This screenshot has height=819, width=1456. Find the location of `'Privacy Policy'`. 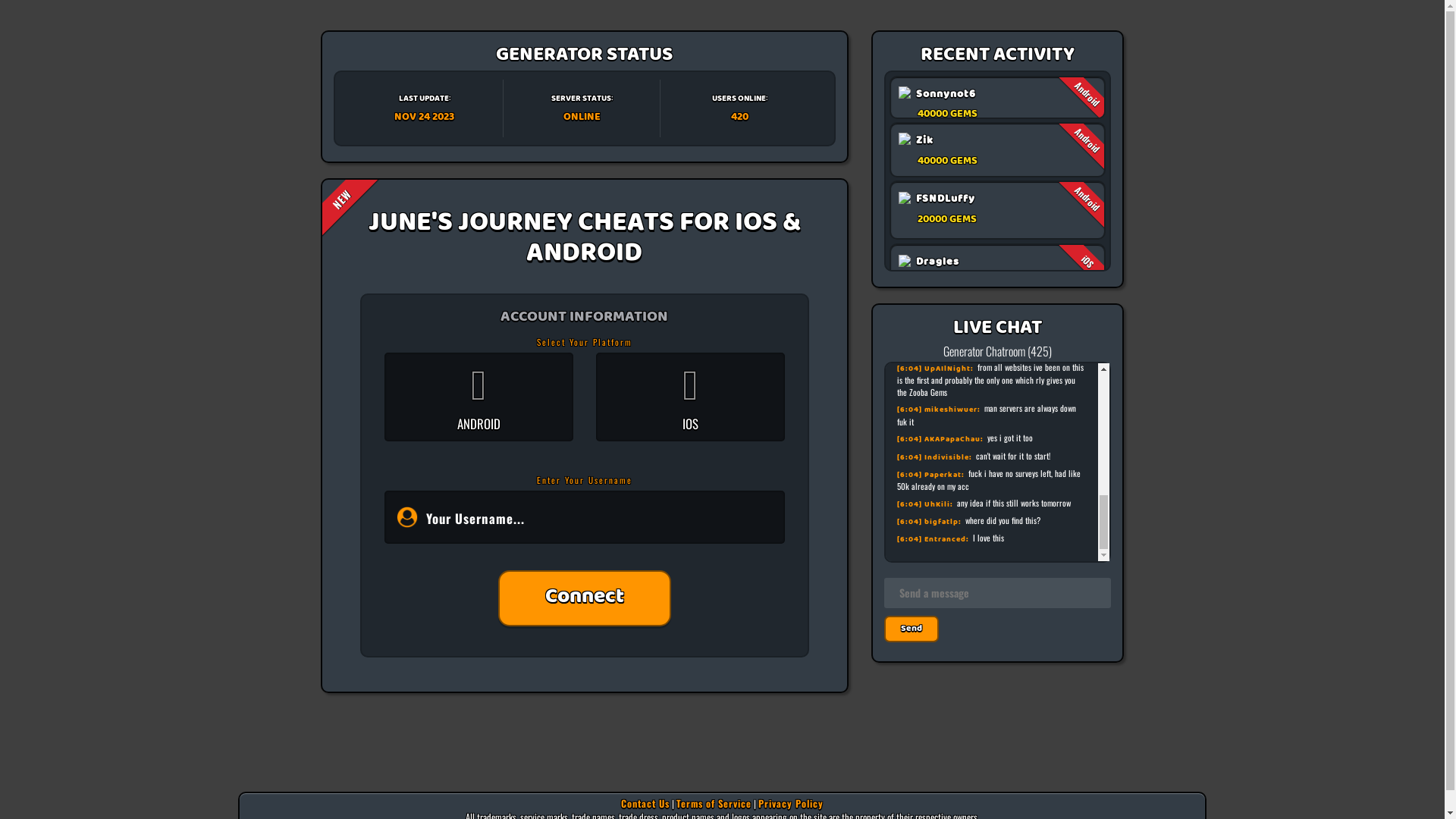

'Privacy Policy' is located at coordinates (789, 802).